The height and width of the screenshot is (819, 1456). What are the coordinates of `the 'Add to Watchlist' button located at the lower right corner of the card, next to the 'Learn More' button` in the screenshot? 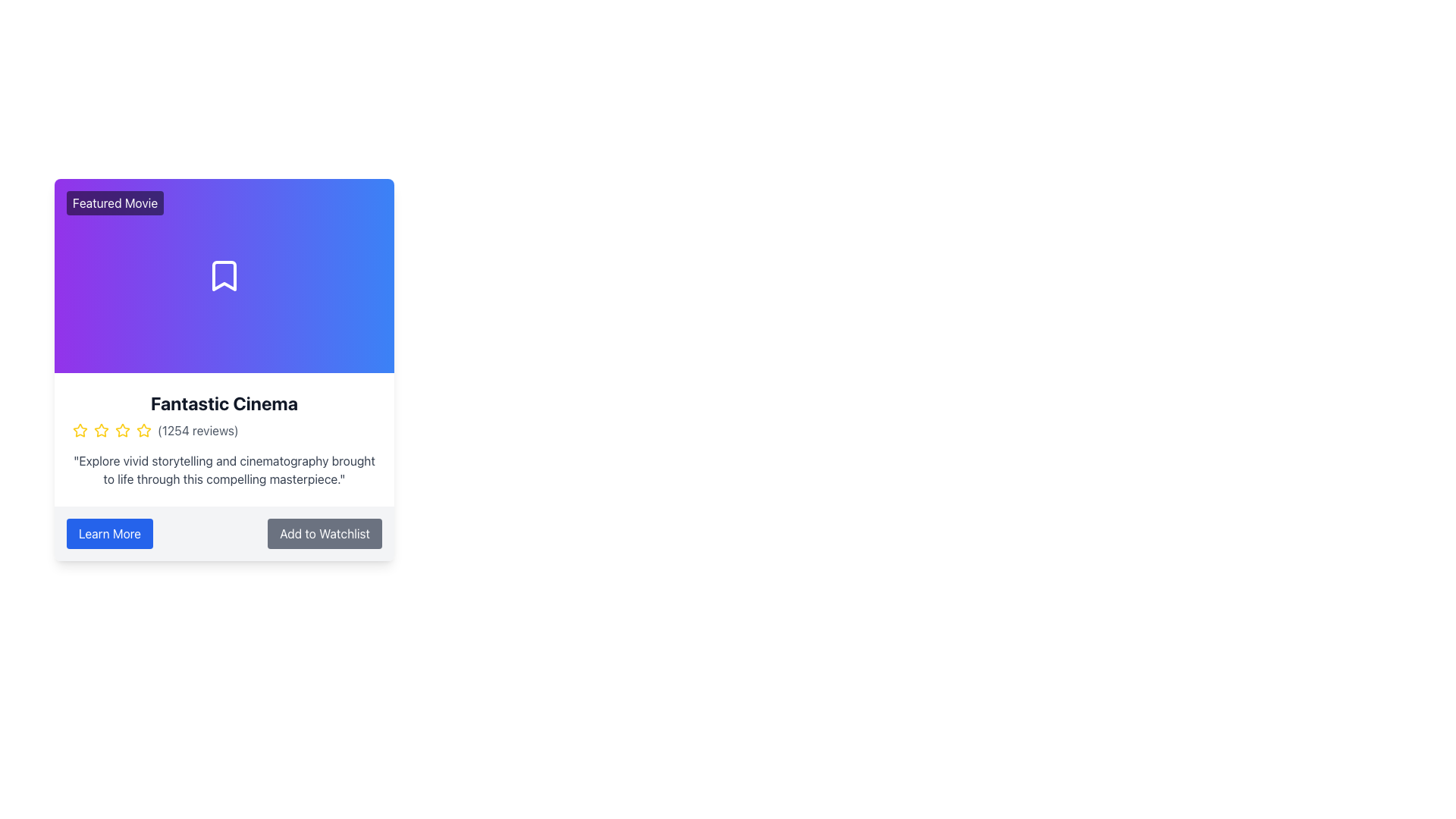 It's located at (324, 533).